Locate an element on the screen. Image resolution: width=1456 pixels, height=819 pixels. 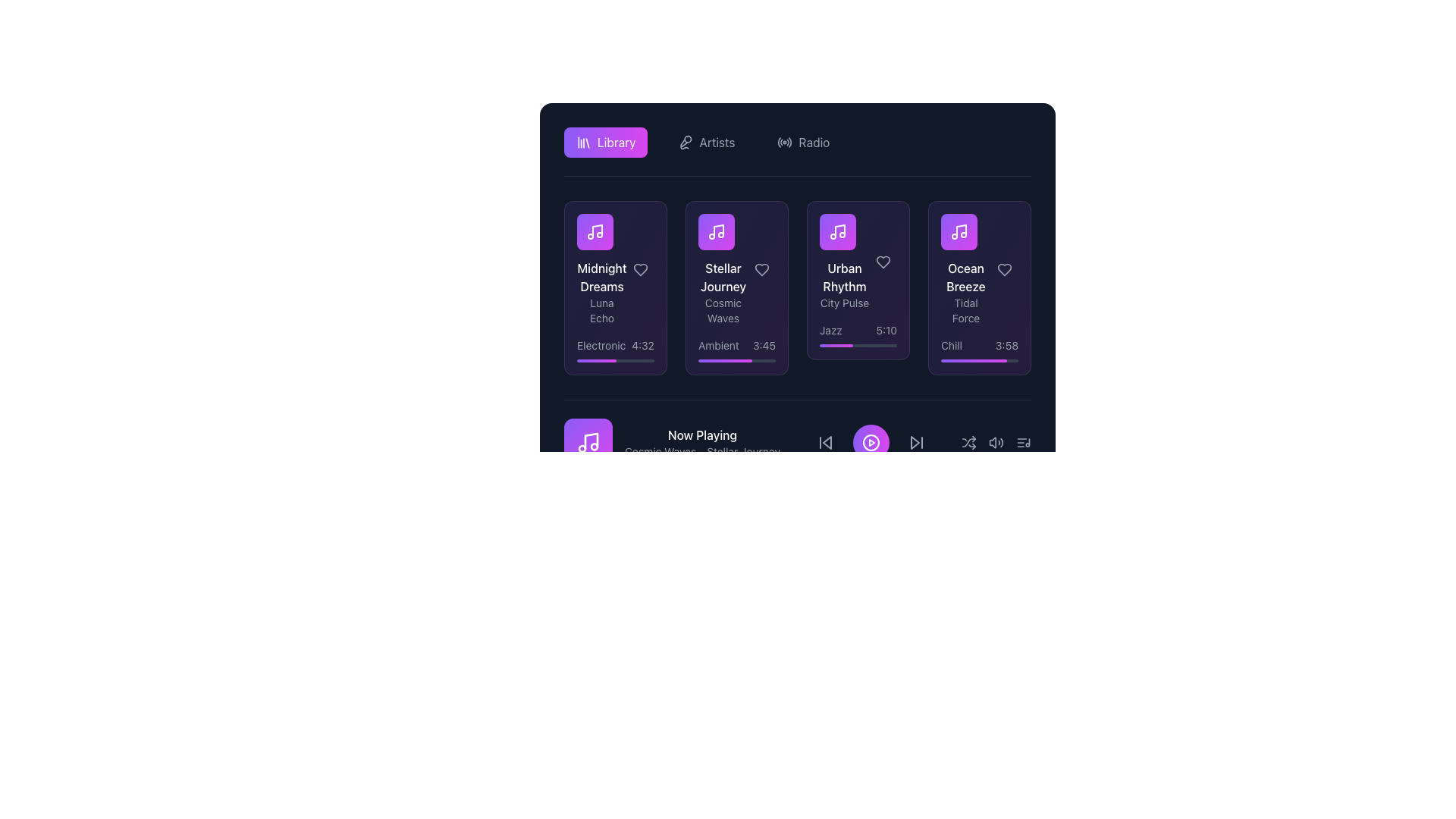
the heart button located at the top-right corner of the 'Ocean Breeze' music card is located at coordinates (1004, 268).